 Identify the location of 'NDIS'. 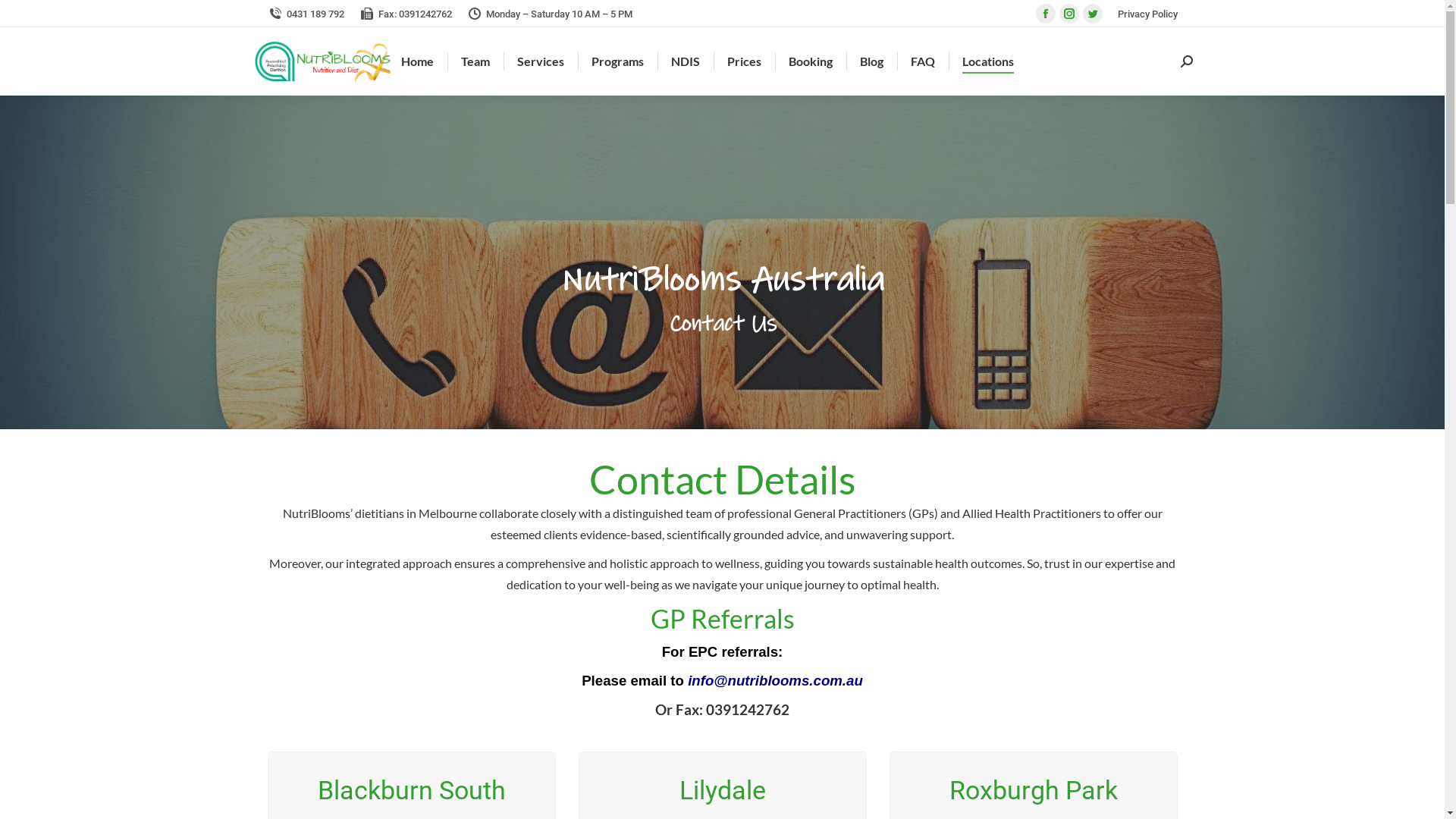
(684, 61).